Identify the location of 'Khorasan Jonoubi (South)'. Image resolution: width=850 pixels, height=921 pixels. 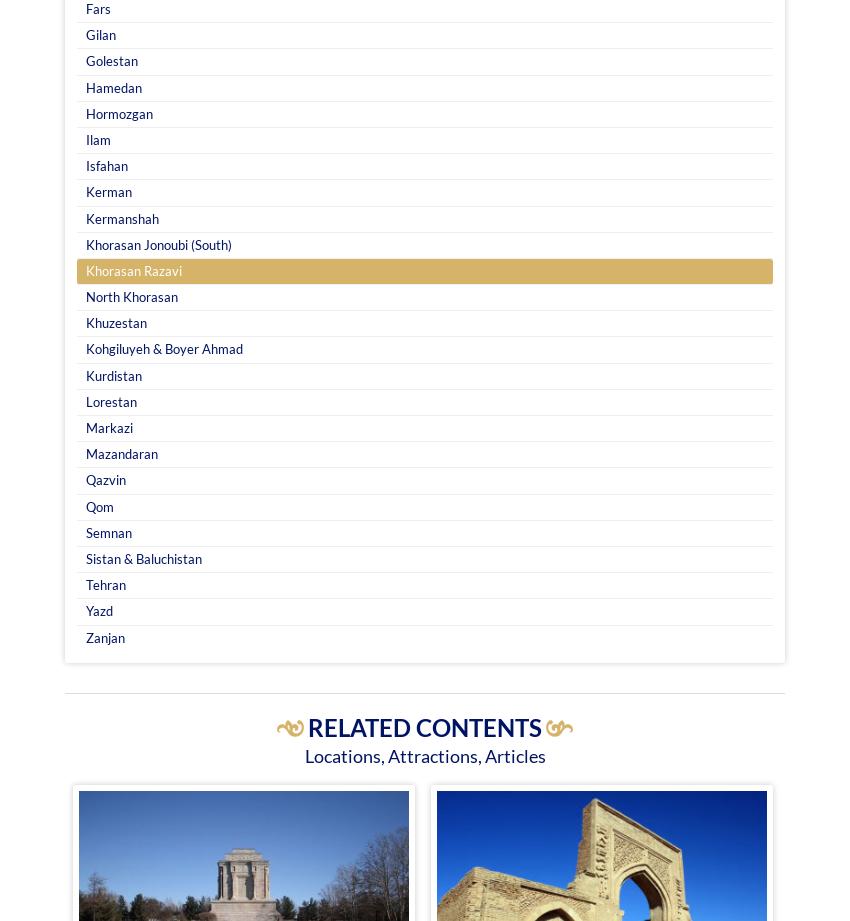
(85, 242).